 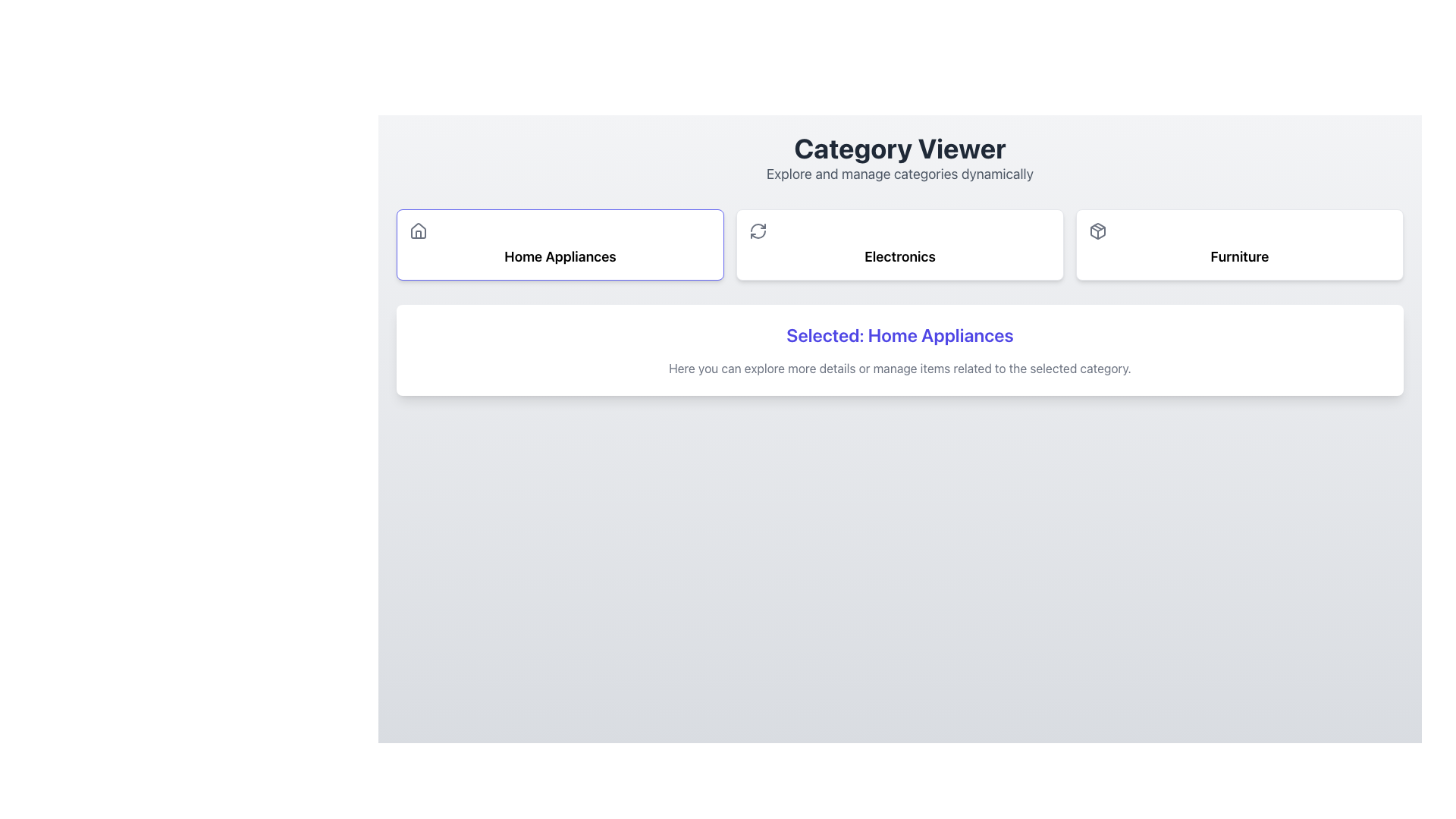 What do you see at coordinates (560, 256) in the screenshot?
I see `displayed text 'Home Appliances' from the Static Text Component located in the top left corner of the interface, within its card-like section` at bounding box center [560, 256].